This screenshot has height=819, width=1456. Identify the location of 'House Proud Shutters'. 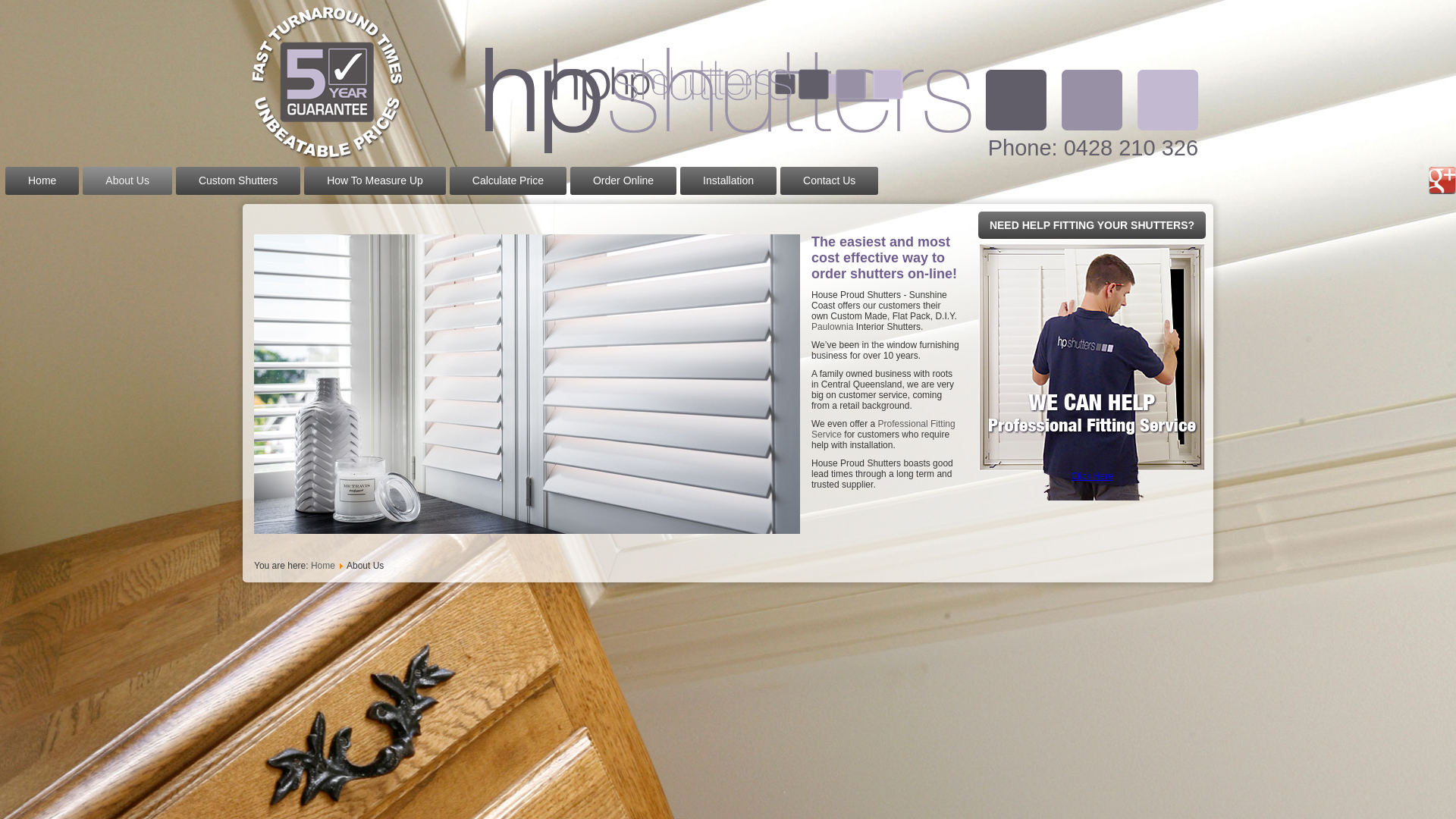
(545, 8).